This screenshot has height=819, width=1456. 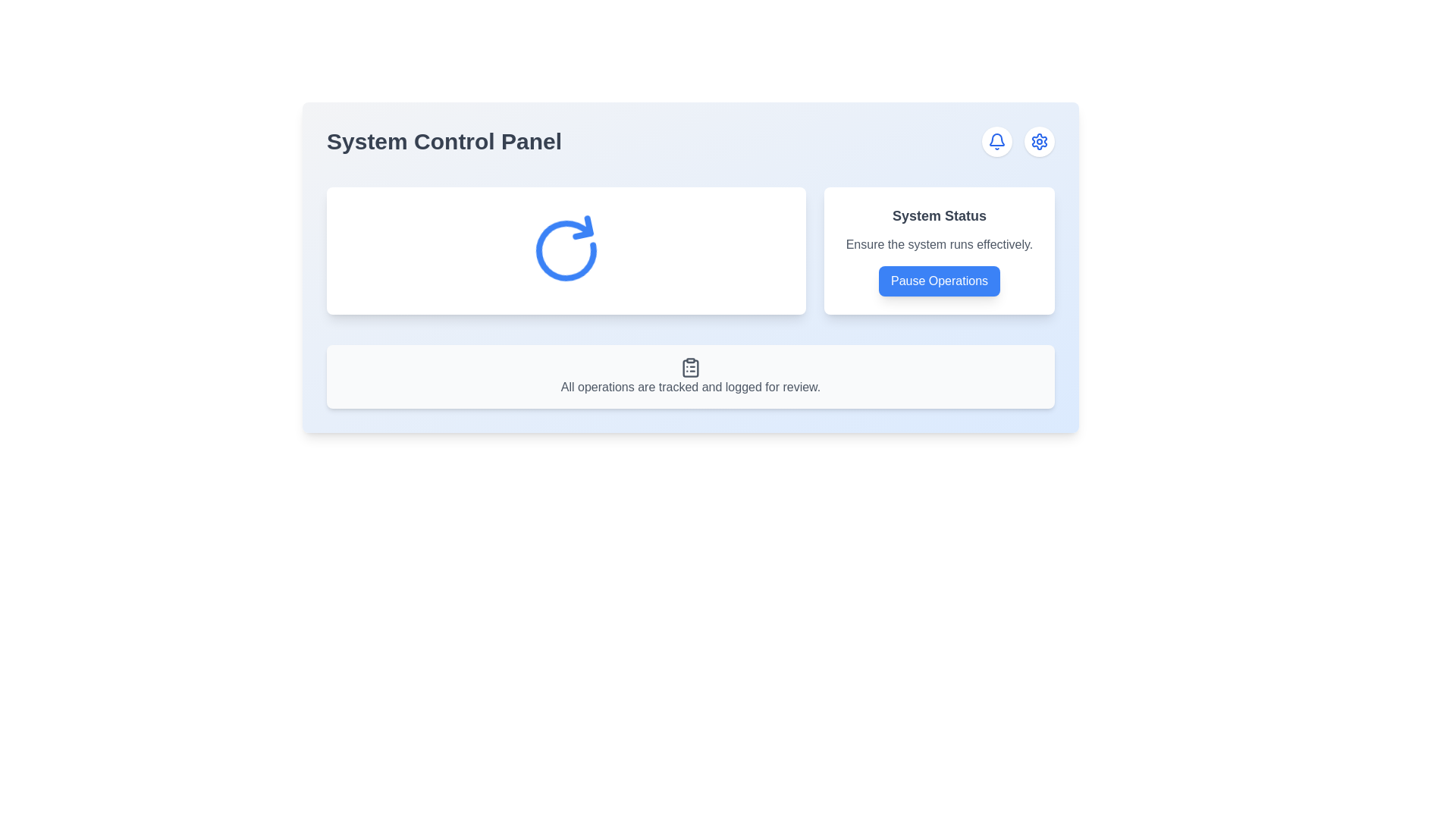 I want to click on the informational message box with a clipboard icon and the text 'All operations are tracked and logged for review' located at the bottom of the 'System Control Panel', so click(x=690, y=376).